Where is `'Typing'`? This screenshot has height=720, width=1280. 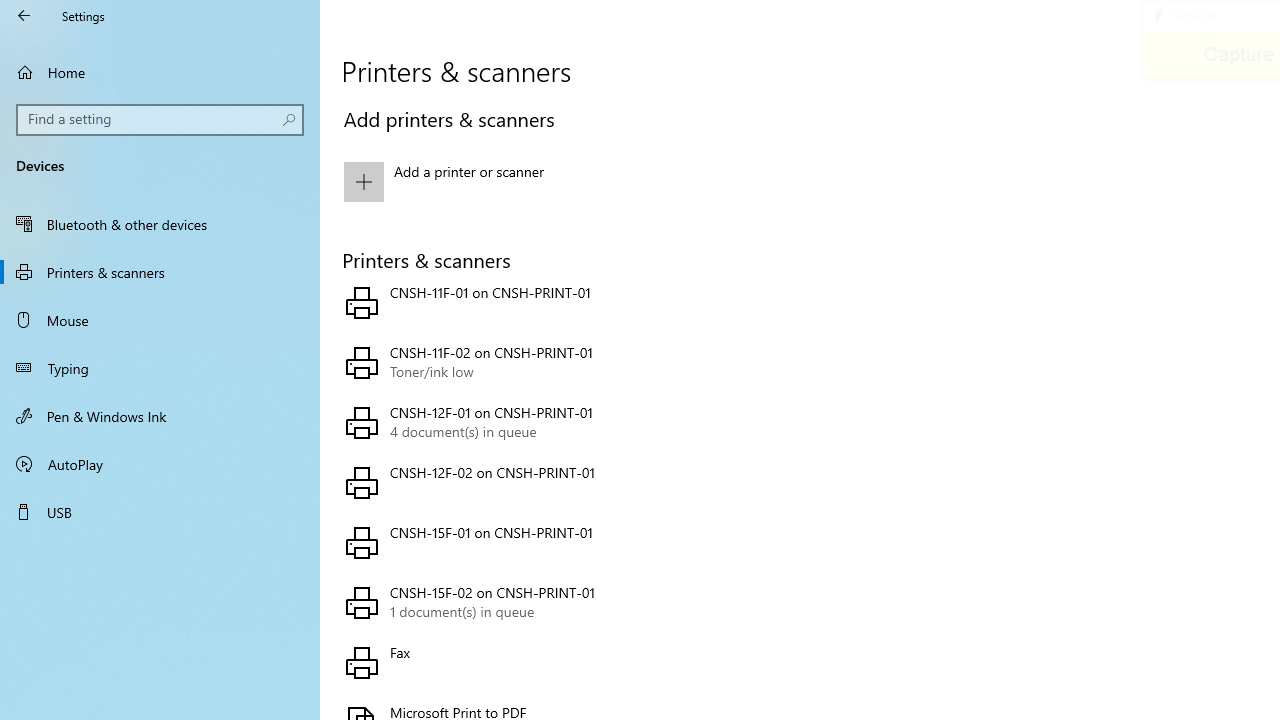 'Typing' is located at coordinates (160, 367).